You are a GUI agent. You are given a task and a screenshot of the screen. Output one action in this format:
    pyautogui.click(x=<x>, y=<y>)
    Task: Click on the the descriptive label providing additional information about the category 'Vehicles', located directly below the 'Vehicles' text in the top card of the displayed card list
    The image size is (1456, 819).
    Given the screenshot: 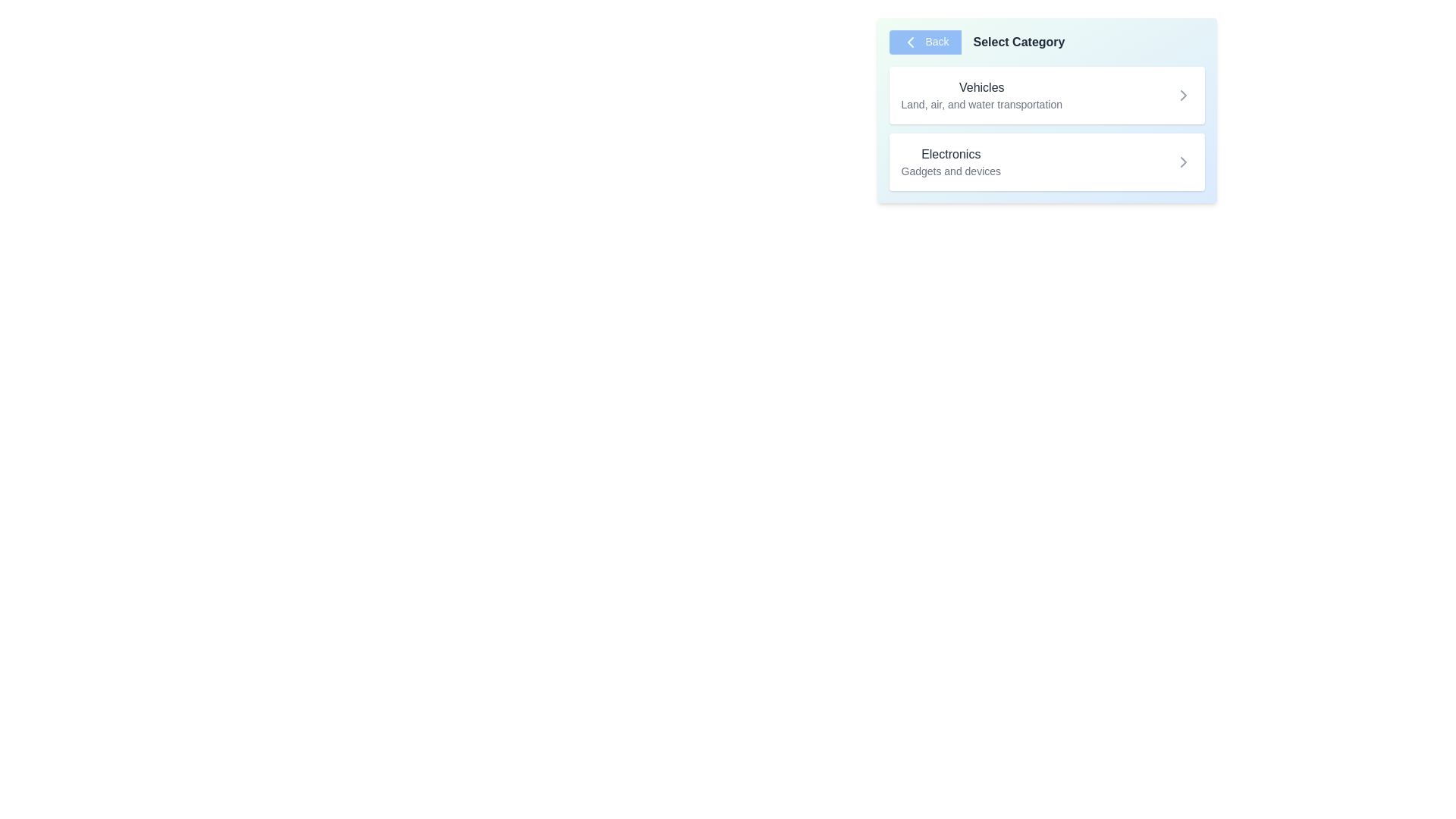 What is the action you would take?
    pyautogui.click(x=981, y=104)
    